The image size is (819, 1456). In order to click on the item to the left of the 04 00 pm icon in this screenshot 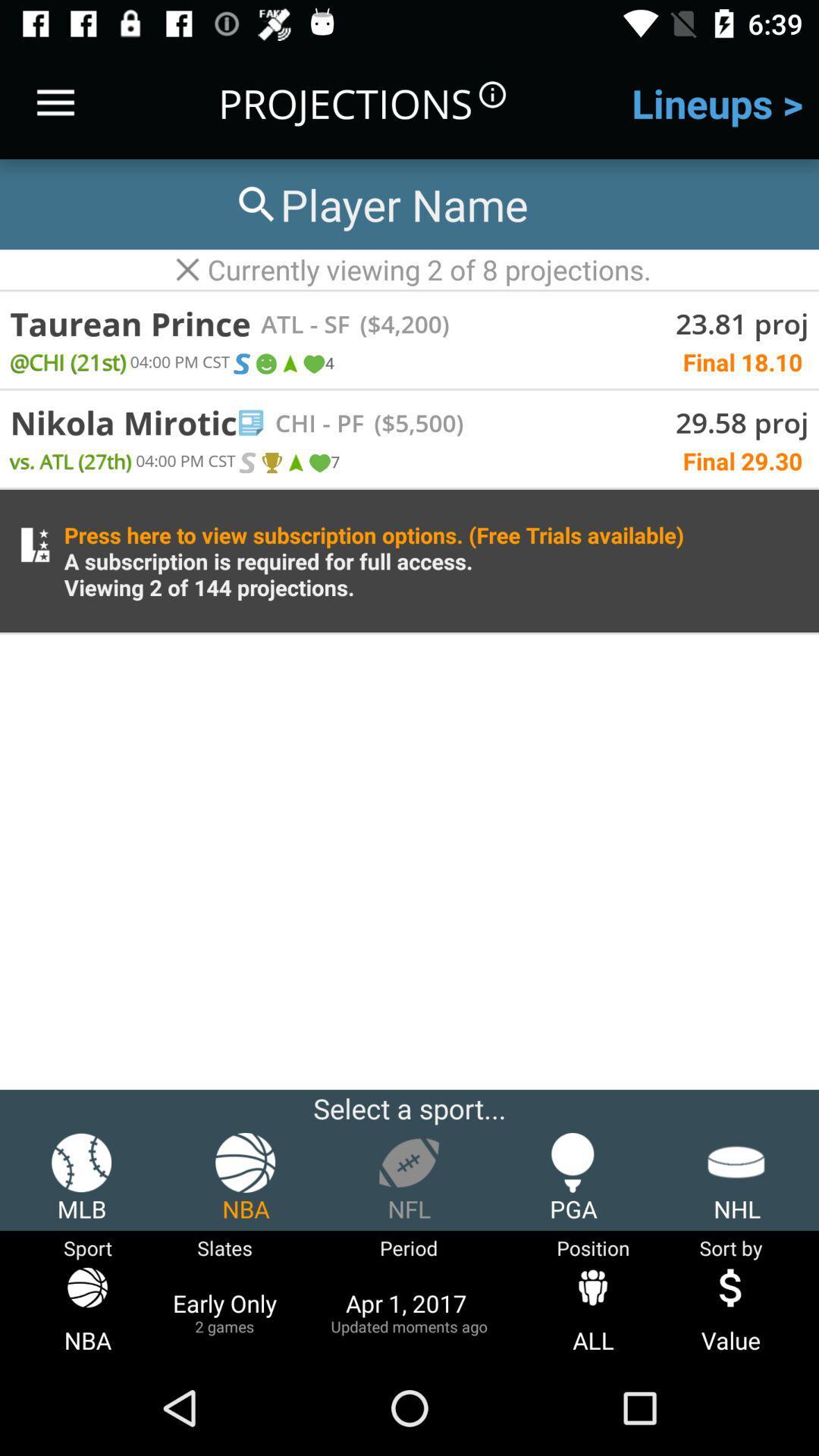, I will do `click(71, 460)`.